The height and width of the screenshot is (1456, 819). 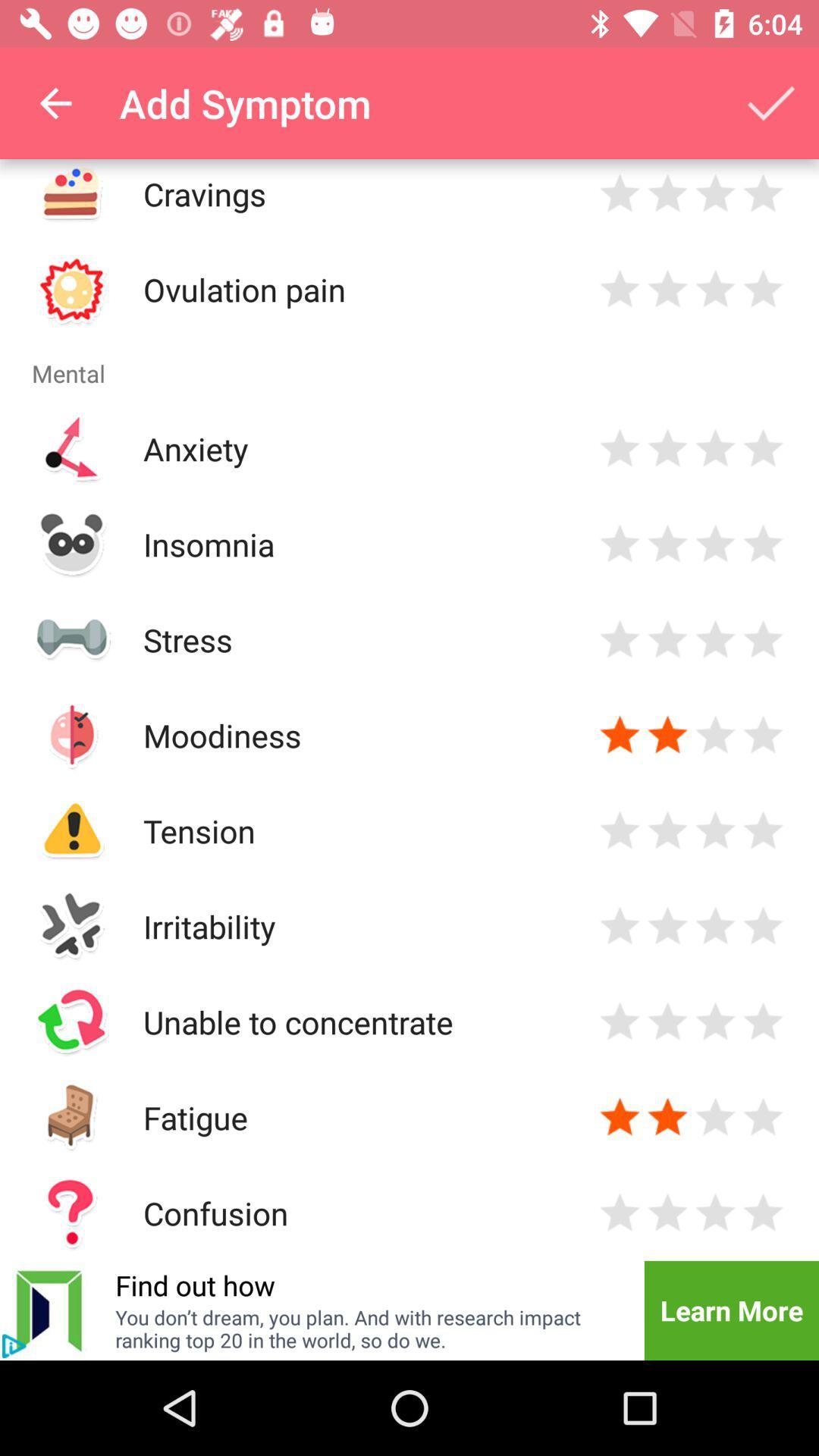 What do you see at coordinates (667, 1117) in the screenshot?
I see `rate two stars` at bounding box center [667, 1117].